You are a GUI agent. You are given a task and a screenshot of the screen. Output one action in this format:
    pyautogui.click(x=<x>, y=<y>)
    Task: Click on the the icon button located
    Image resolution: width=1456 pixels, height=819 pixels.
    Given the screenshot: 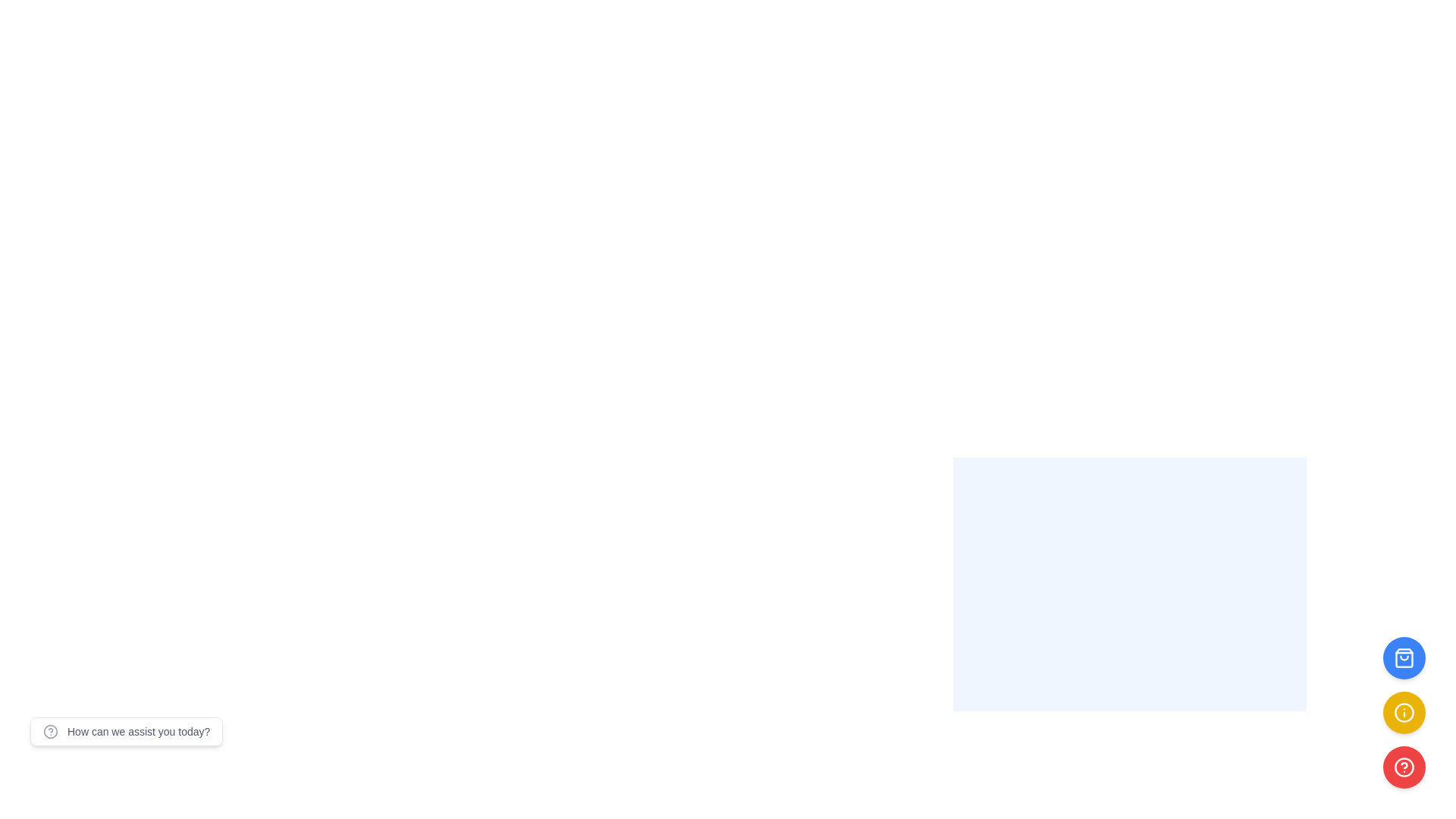 What is the action you would take?
    pyautogui.click(x=1404, y=713)
    